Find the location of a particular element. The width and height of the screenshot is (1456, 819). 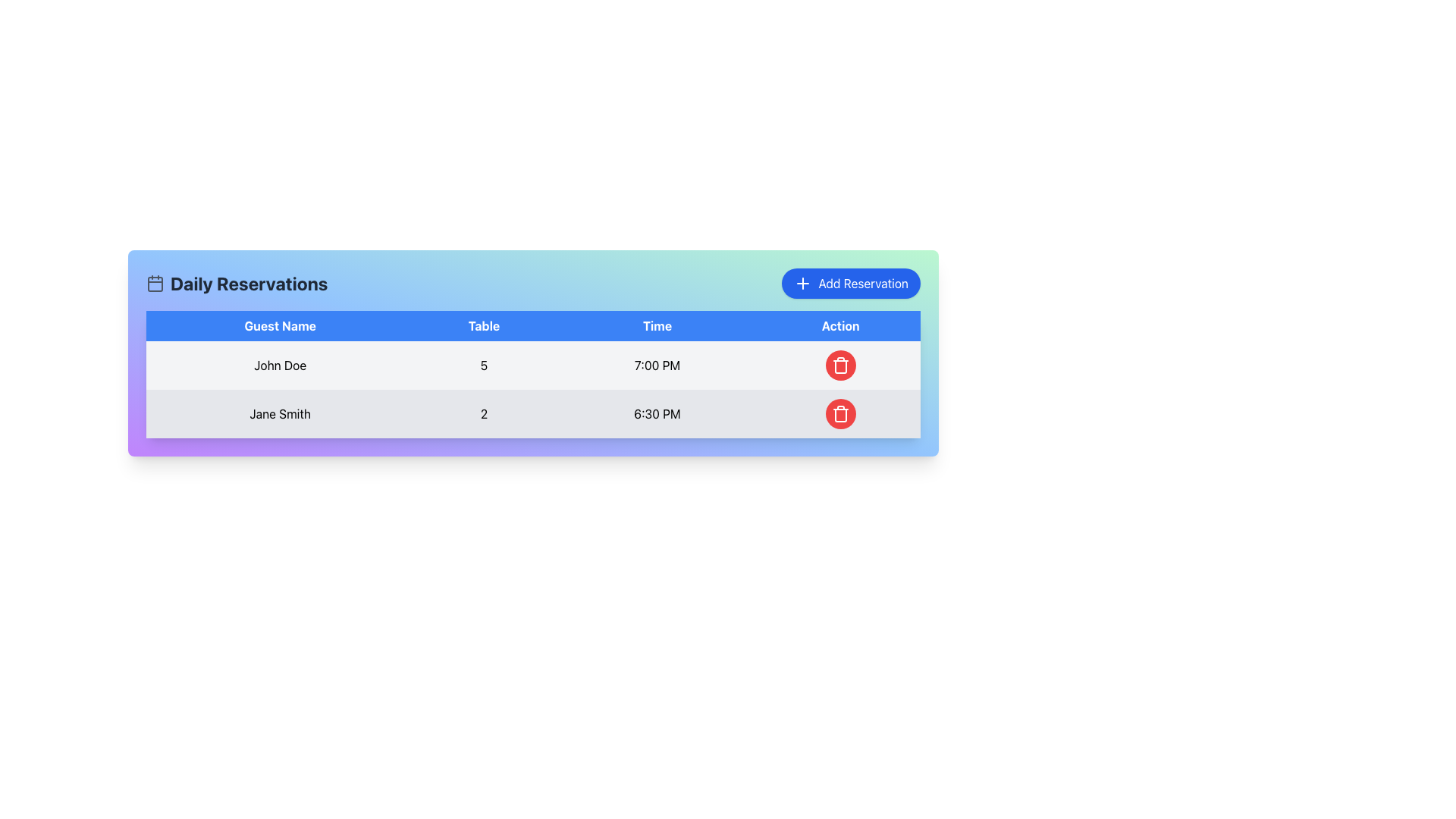

the first row in the reservations table displaying 'John Doe', table number '5', and reservation time '7:00 PM' is located at coordinates (533, 366).